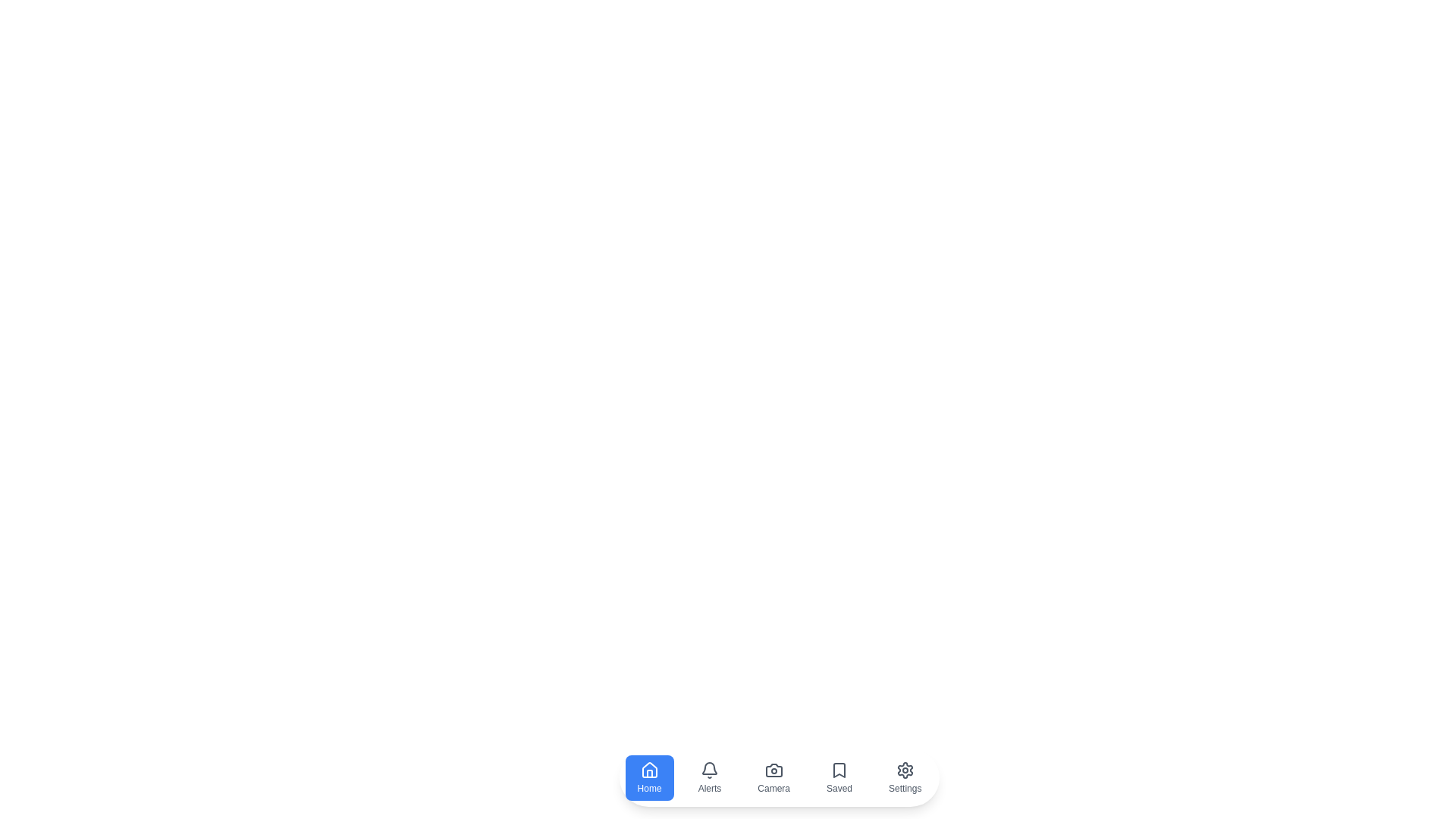 The height and width of the screenshot is (819, 1456). What do you see at coordinates (905, 778) in the screenshot?
I see `the navigation item Settings by clicking on its respective button` at bounding box center [905, 778].